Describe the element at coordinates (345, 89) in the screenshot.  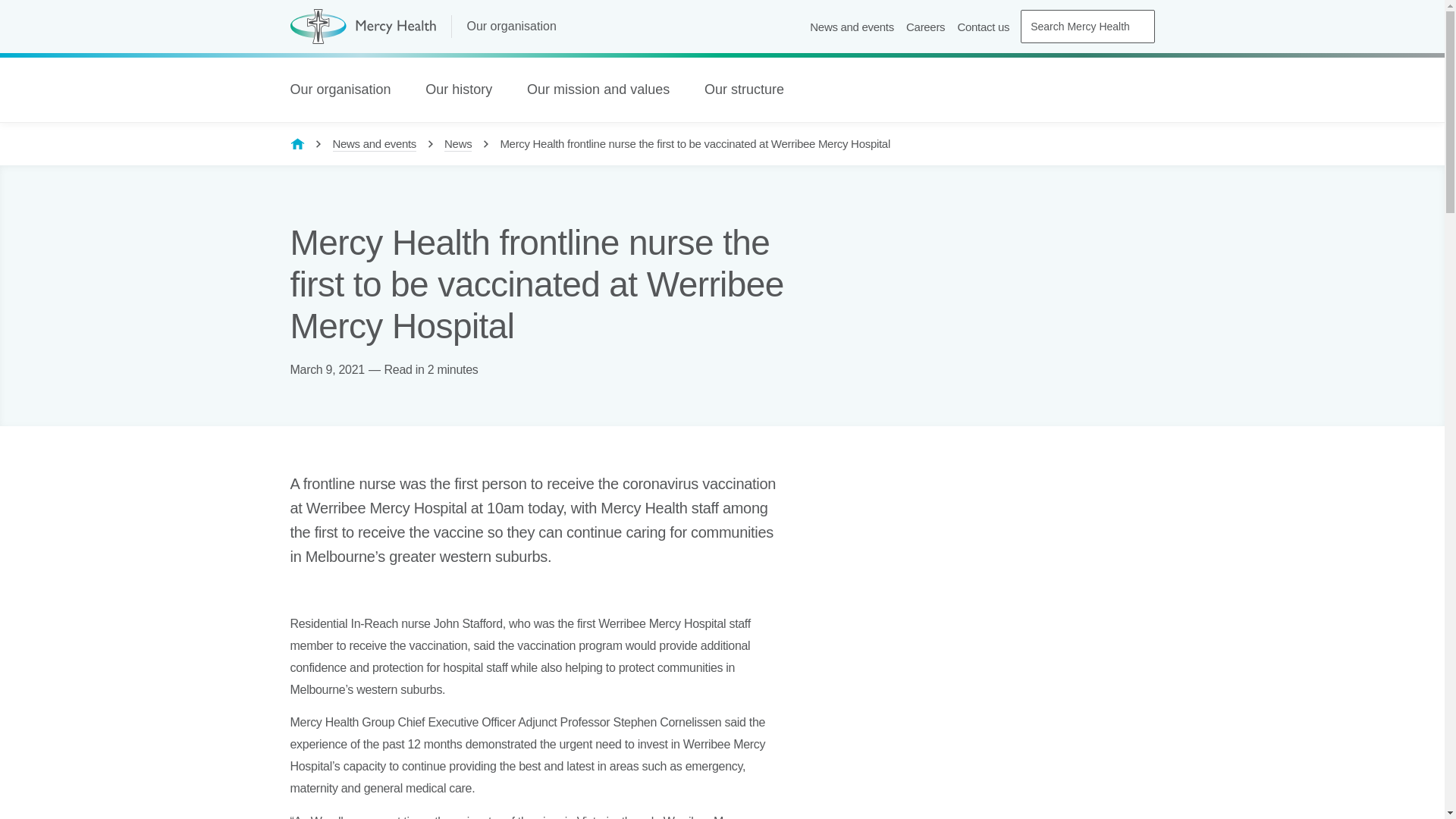
I see `'Our organisation'` at that location.